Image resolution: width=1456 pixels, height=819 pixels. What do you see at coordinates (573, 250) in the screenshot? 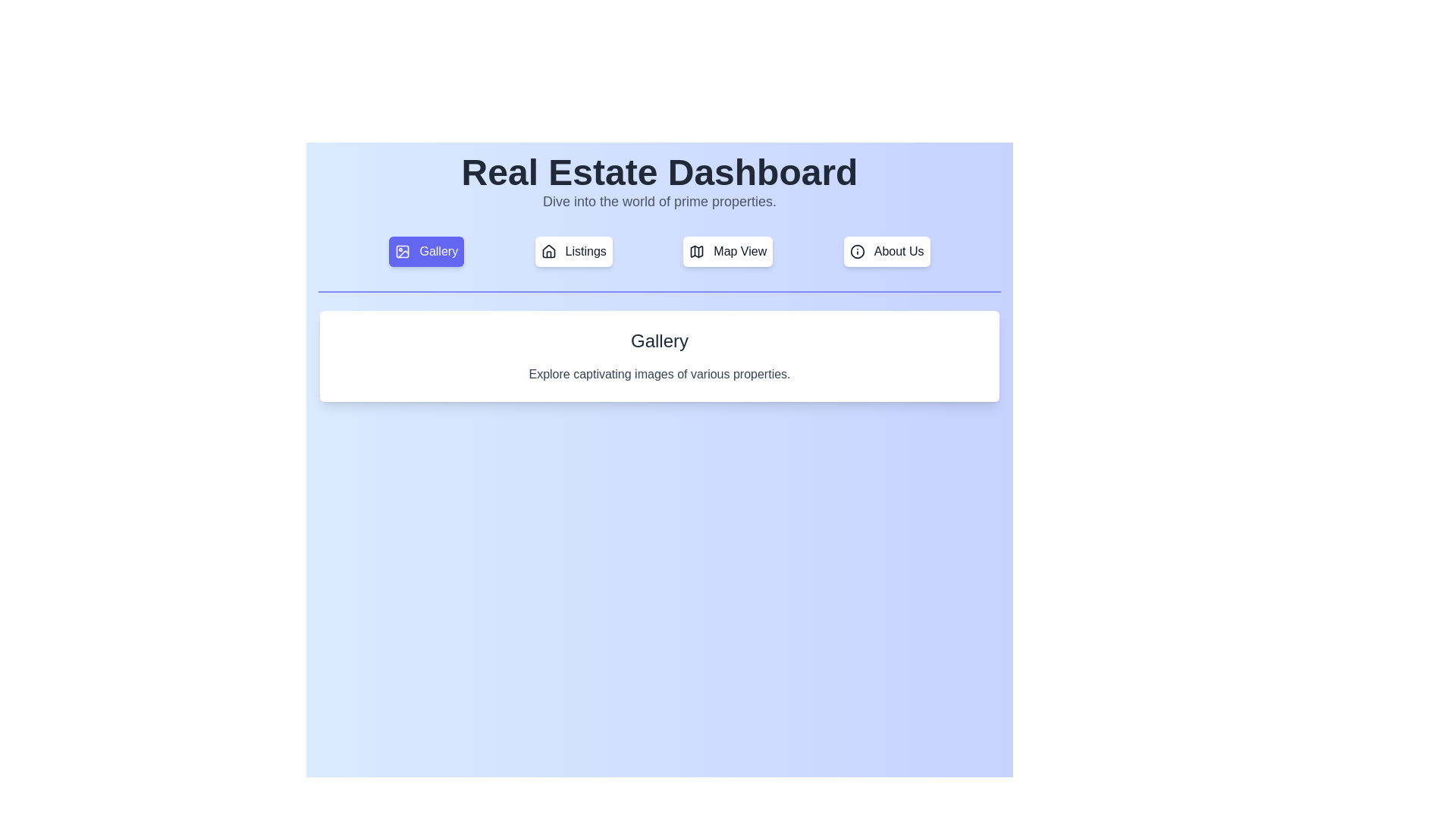
I see `the tab labeled Listings` at bounding box center [573, 250].